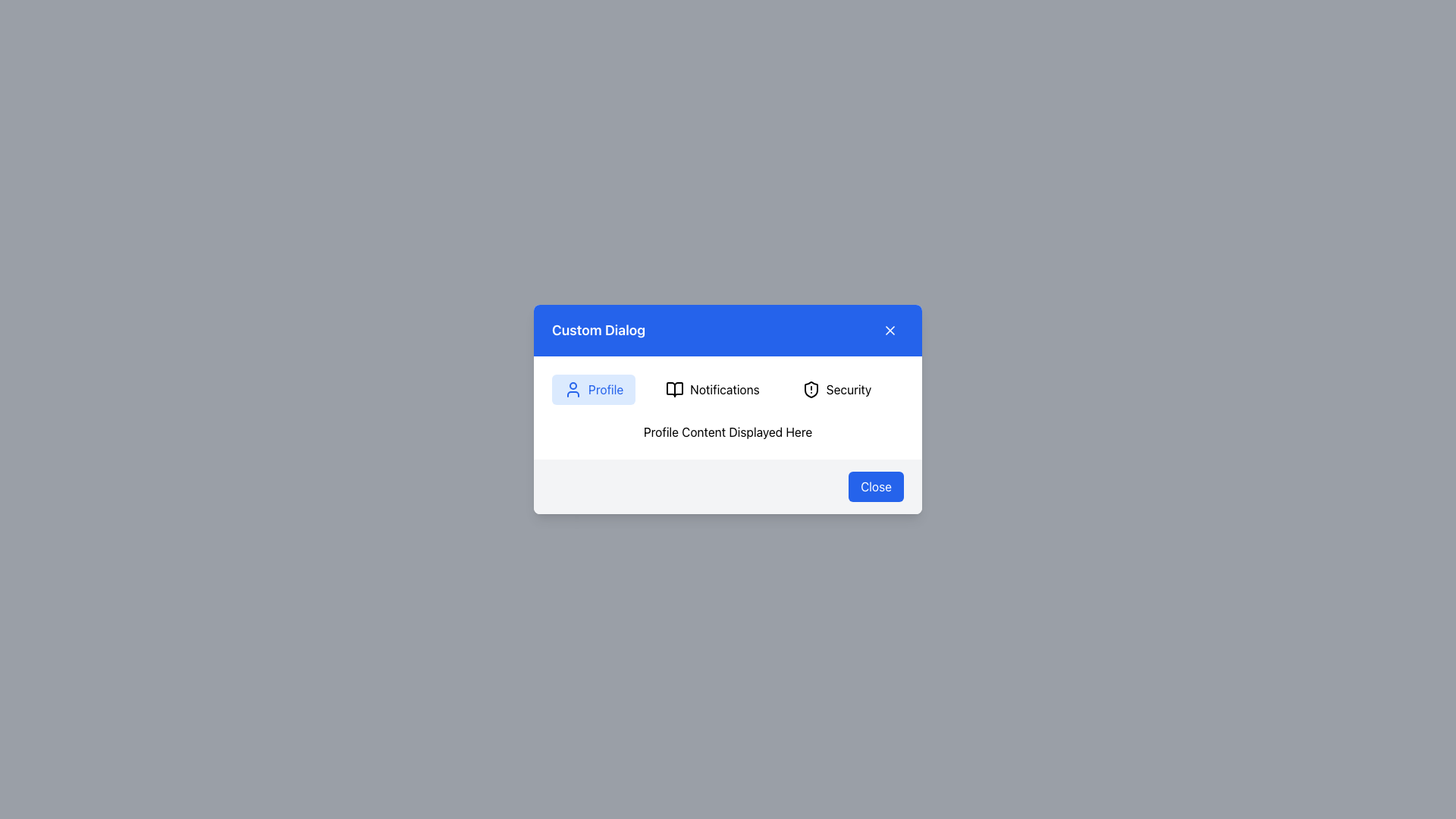 The height and width of the screenshot is (819, 1456). I want to click on the shield icon with an alert exclamation mark inside it, located before the 'Security' label in the top navigation of the dialog box, so click(810, 388).